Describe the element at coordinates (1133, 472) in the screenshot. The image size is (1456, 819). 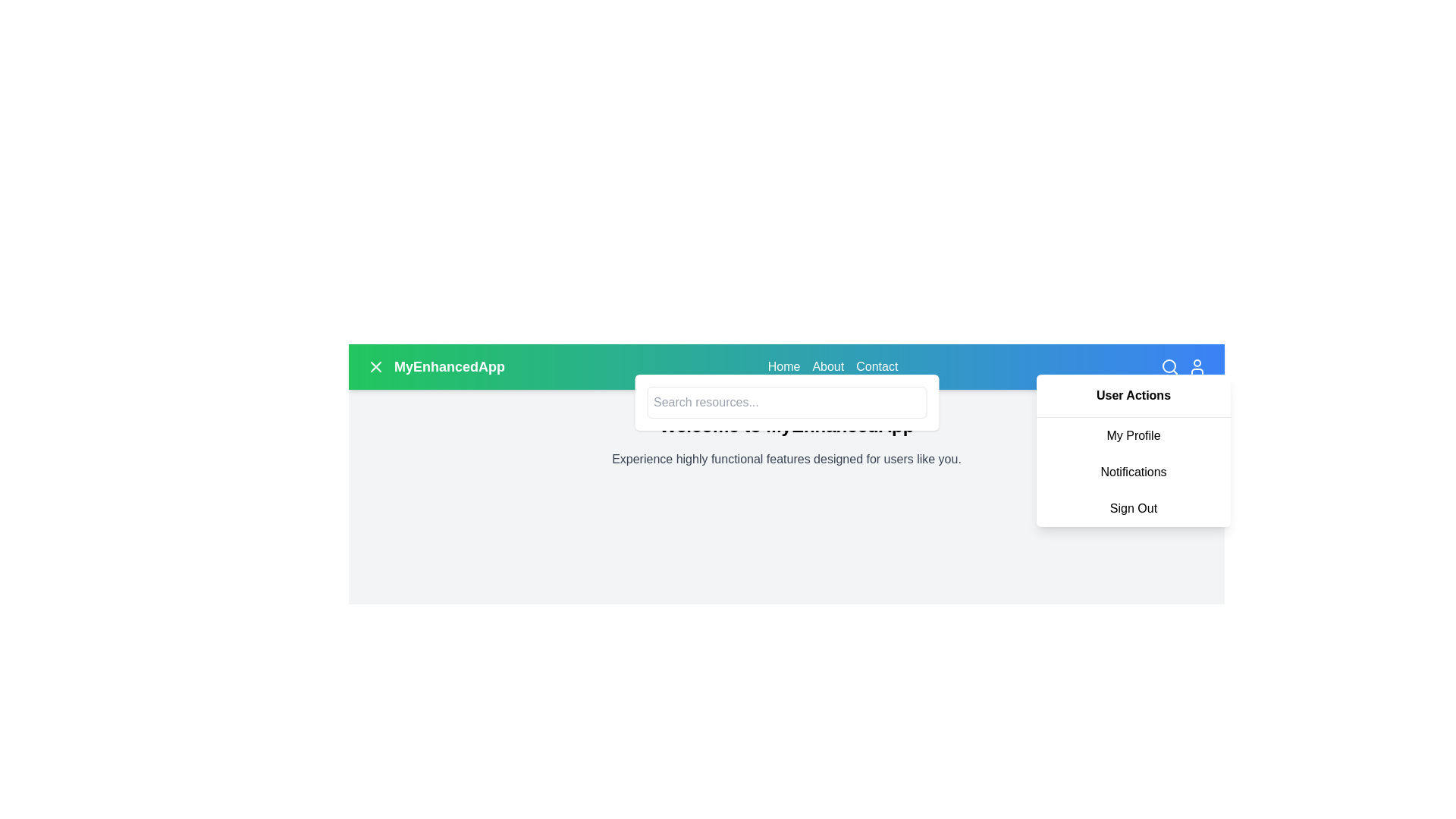
I see `the 'Notifications' text label in the dropdown menu located in the top-right corner, which is the second item in a vertical list of options` at that location.